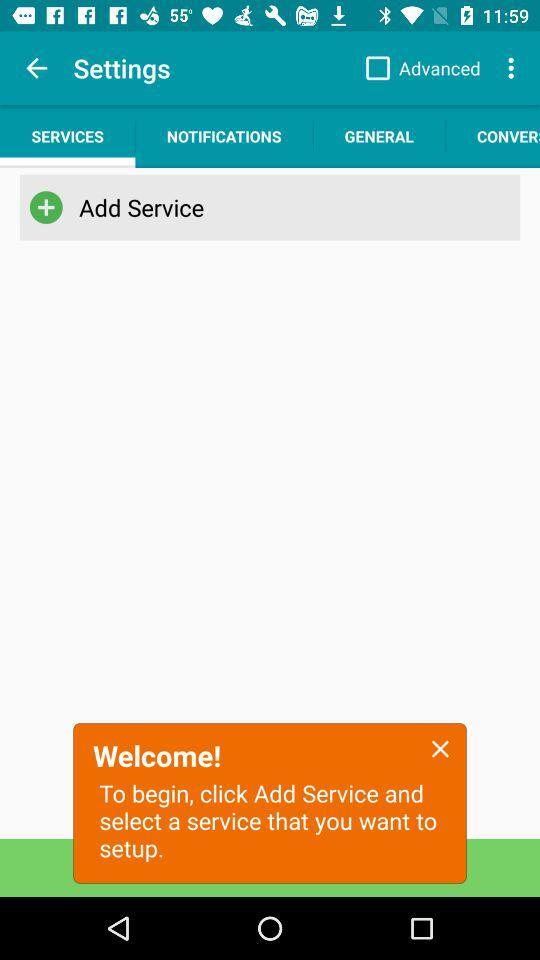  Describe the element at coordinates (492, 135) in the screenshot. I see `the button next to general` at that location.